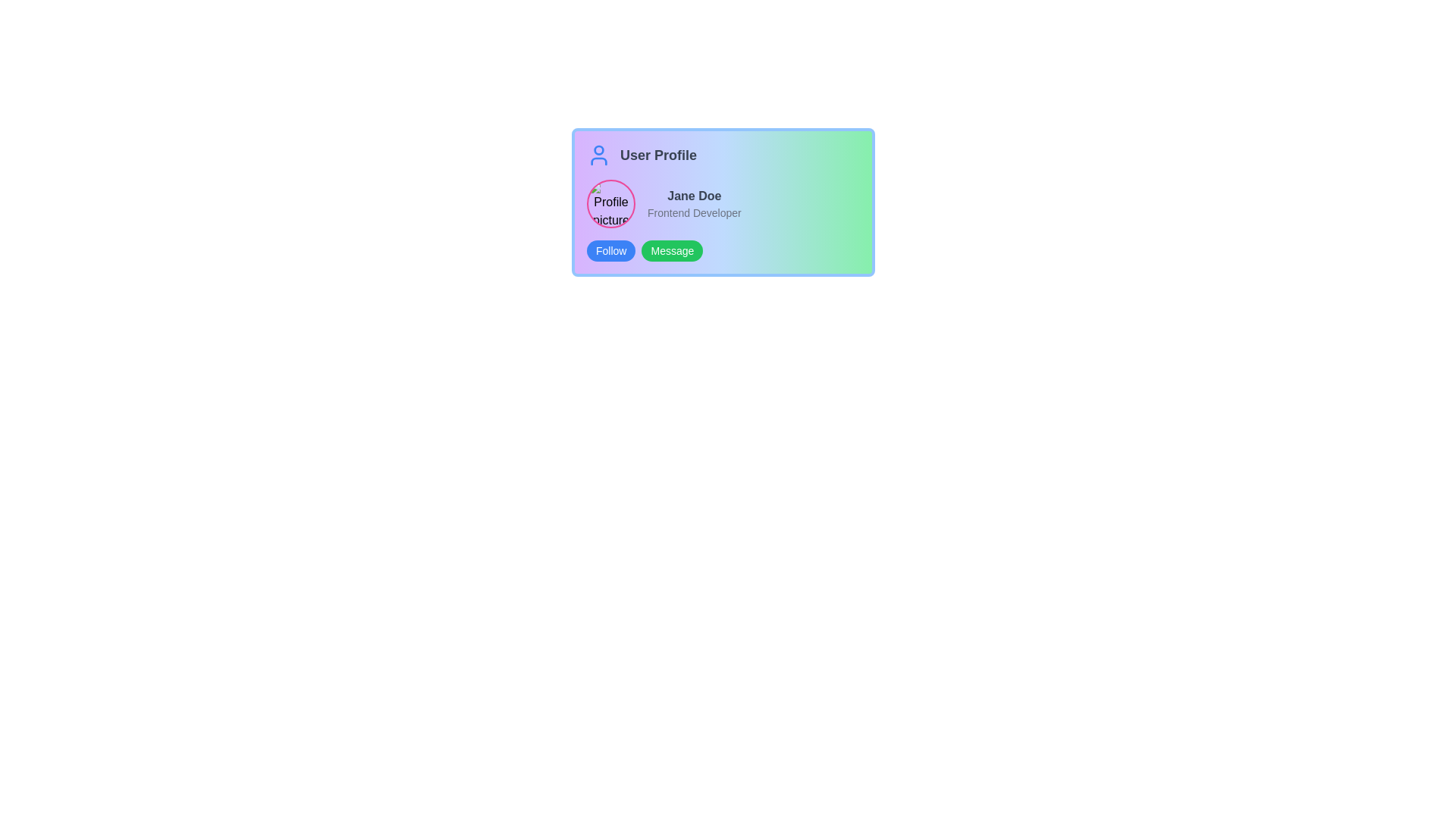 The width and height of the screenshot is (1456, 819). I want to click on the Text Display element displaying the name 'Jane Doe' in bold font within the user profile card, positioned above the 'Frontend Developer' text, so click(693, 195).